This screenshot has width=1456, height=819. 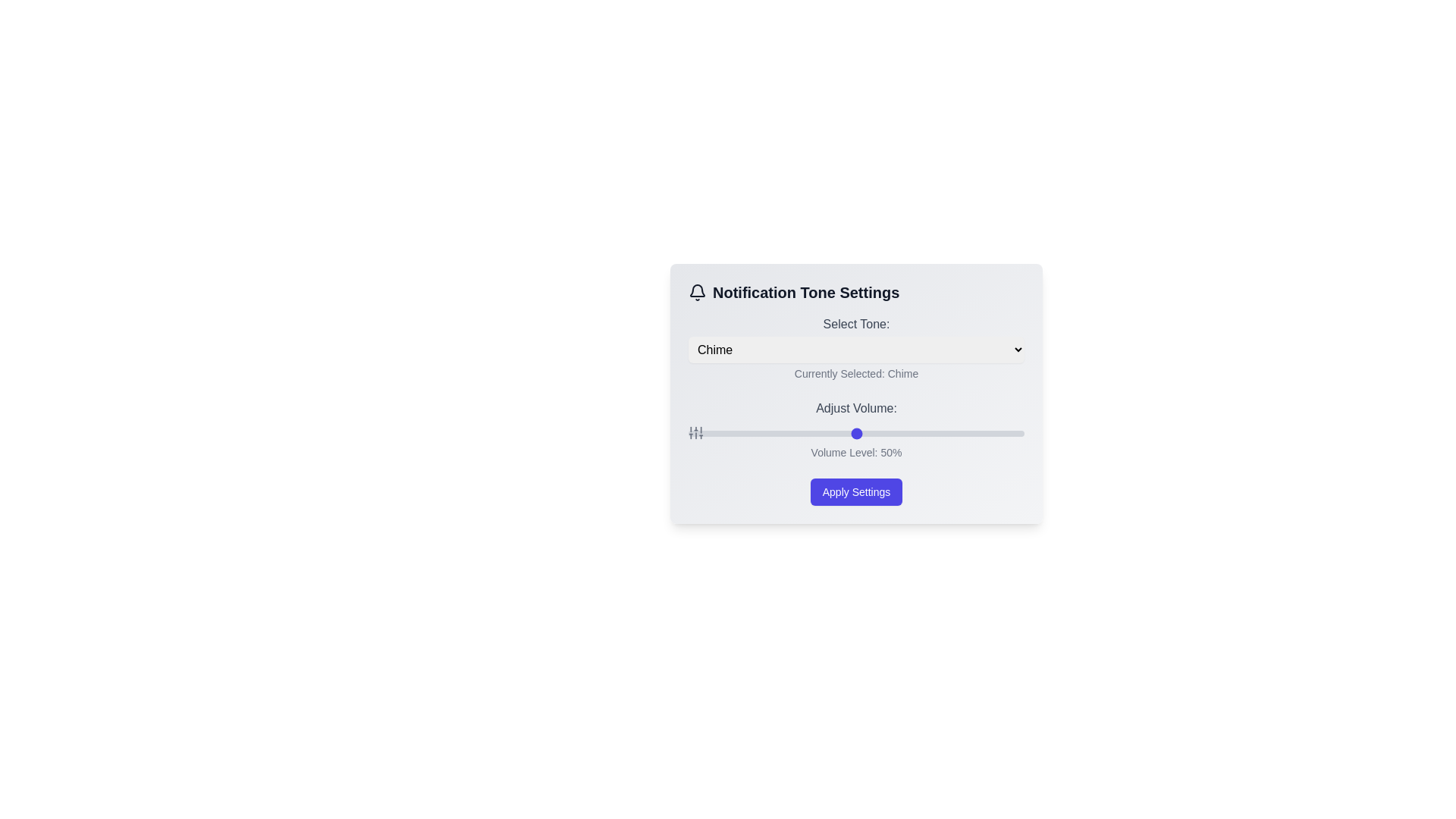 I want to click on the volume level, so click(x=769, y=433).